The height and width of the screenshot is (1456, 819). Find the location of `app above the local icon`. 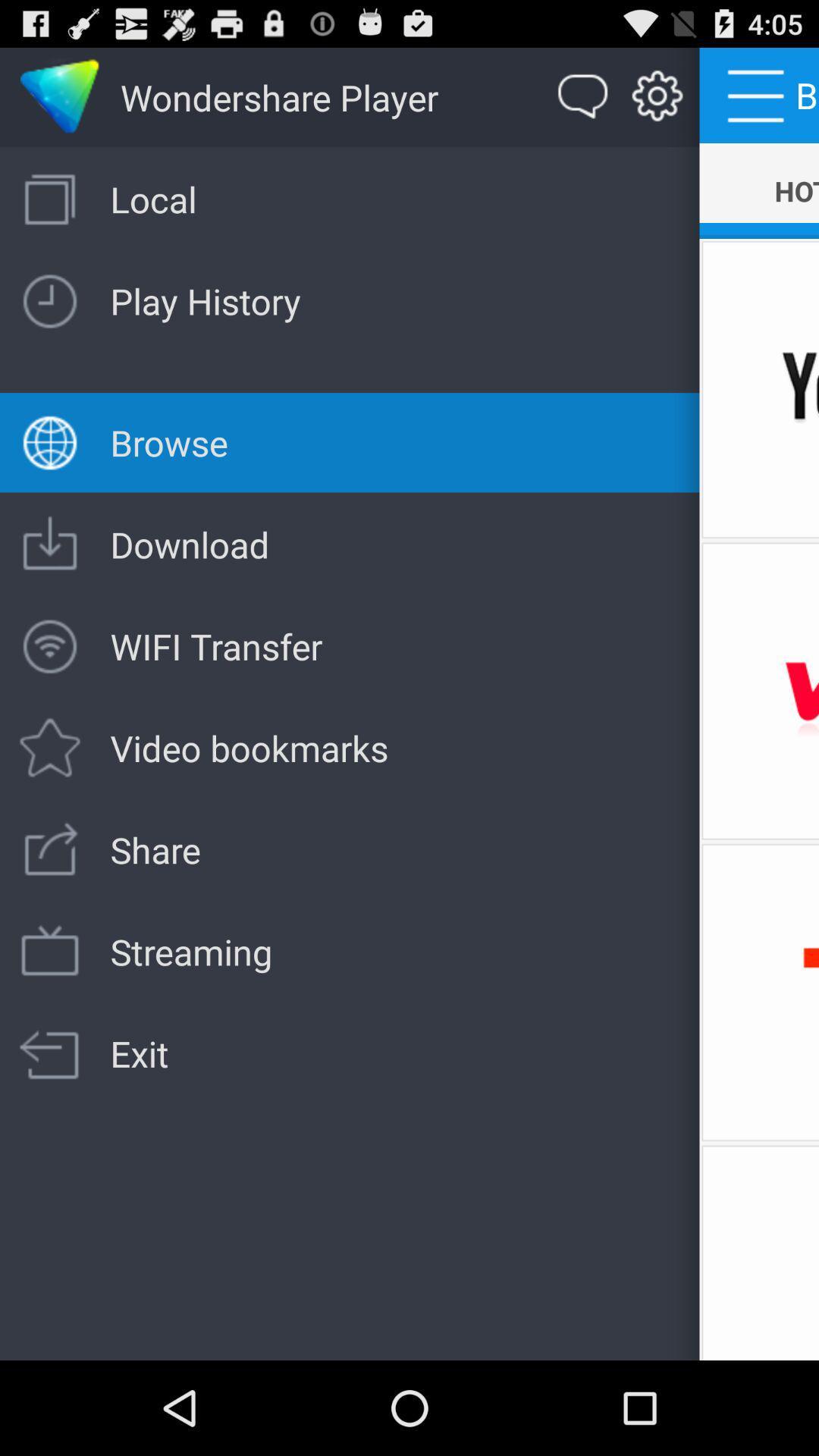

app above the local icon is located at coordinates (657, 96).